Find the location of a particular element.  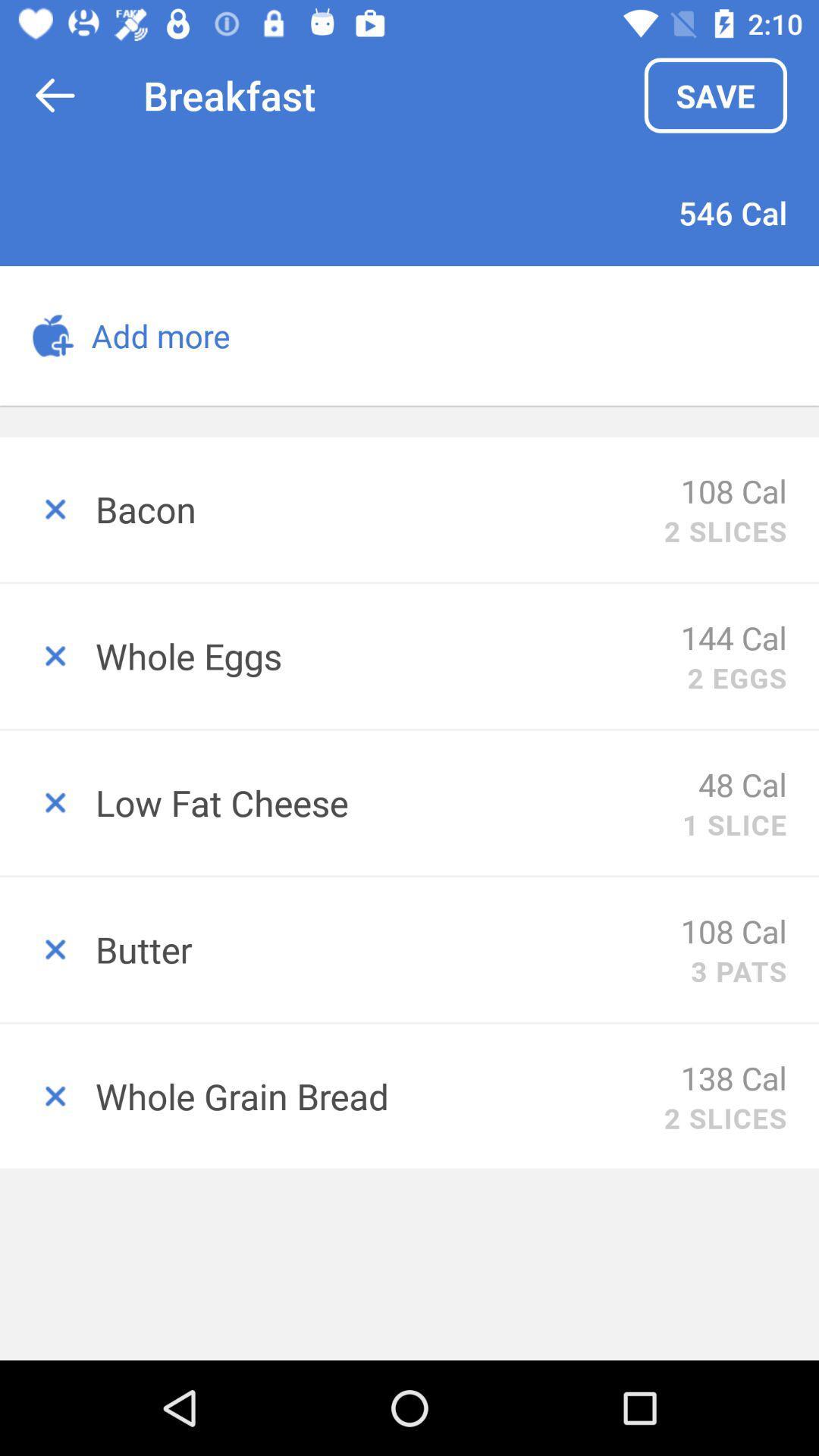

the icon below the butter item is located at coordinates (733, 1077).